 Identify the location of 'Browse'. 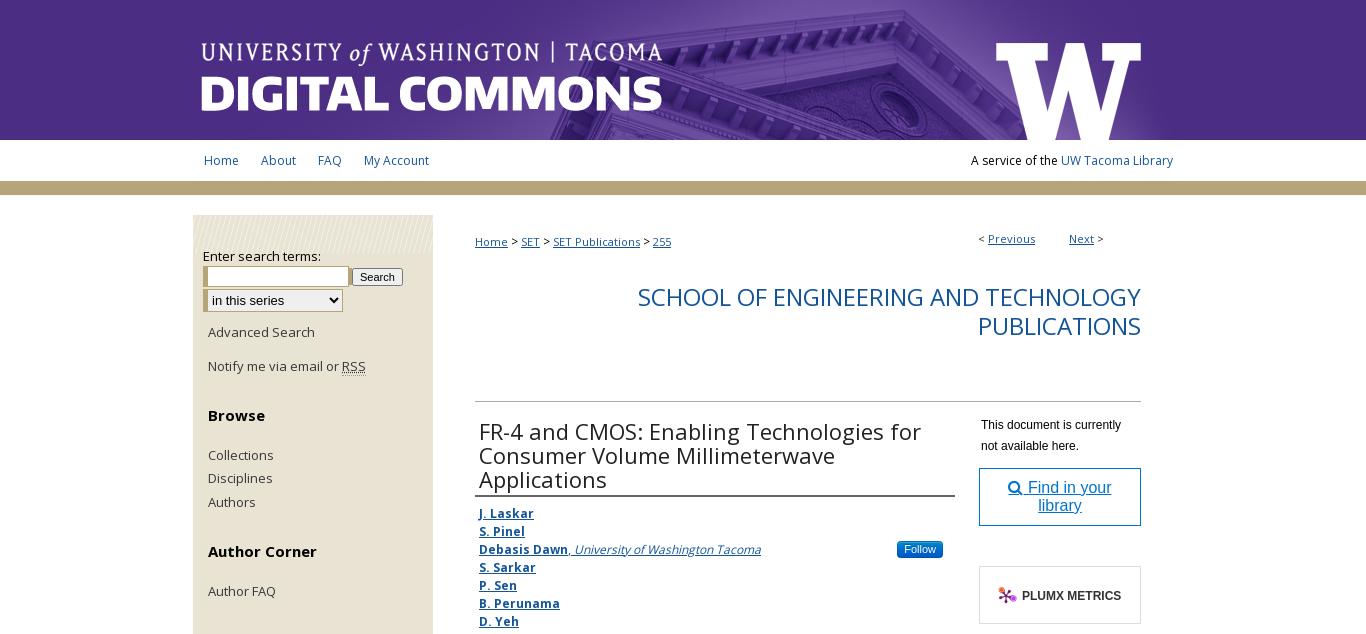
(236, 413).